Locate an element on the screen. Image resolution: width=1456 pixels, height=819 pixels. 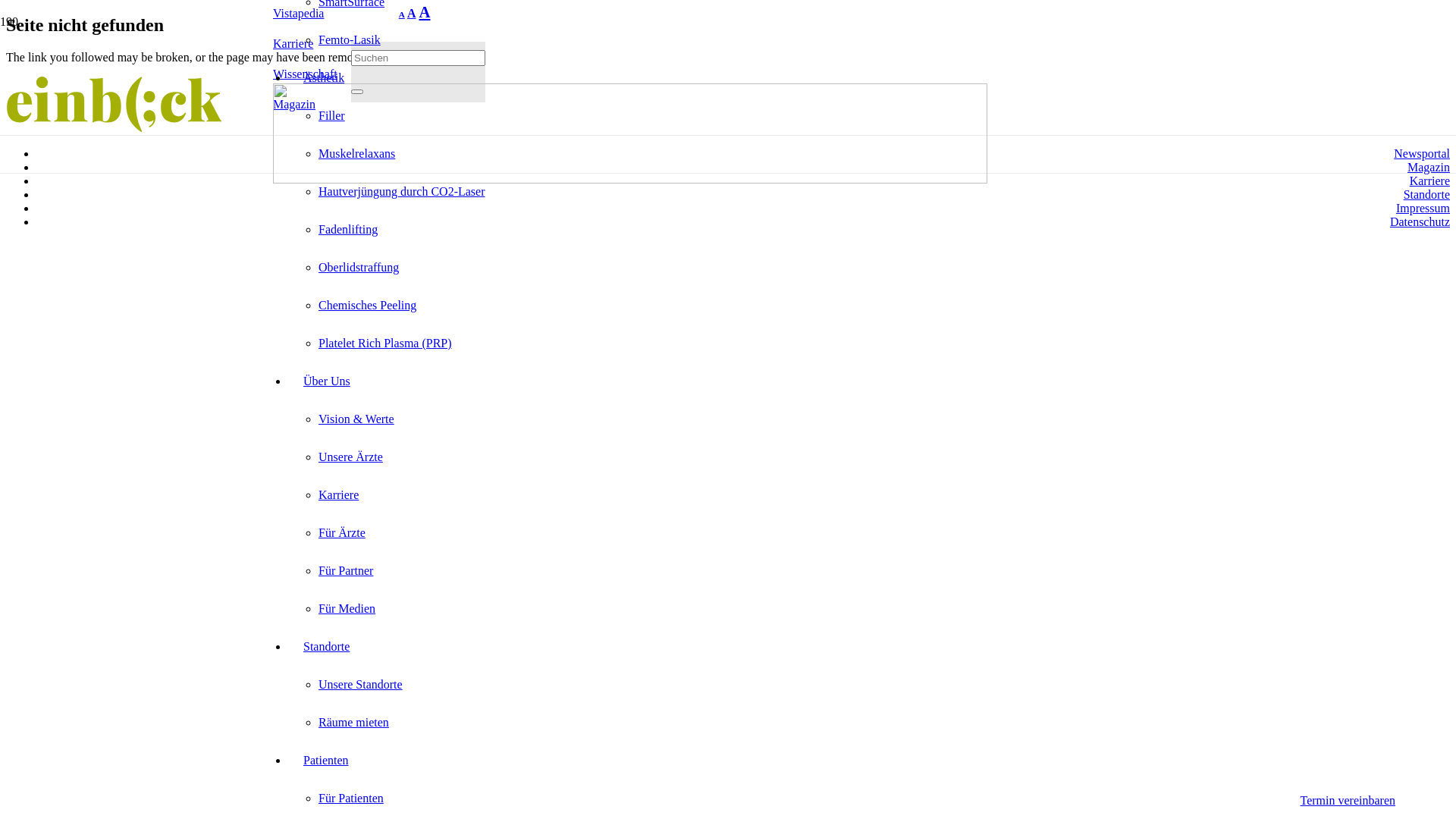
'Patienten' is located at coordinates (325, 760).